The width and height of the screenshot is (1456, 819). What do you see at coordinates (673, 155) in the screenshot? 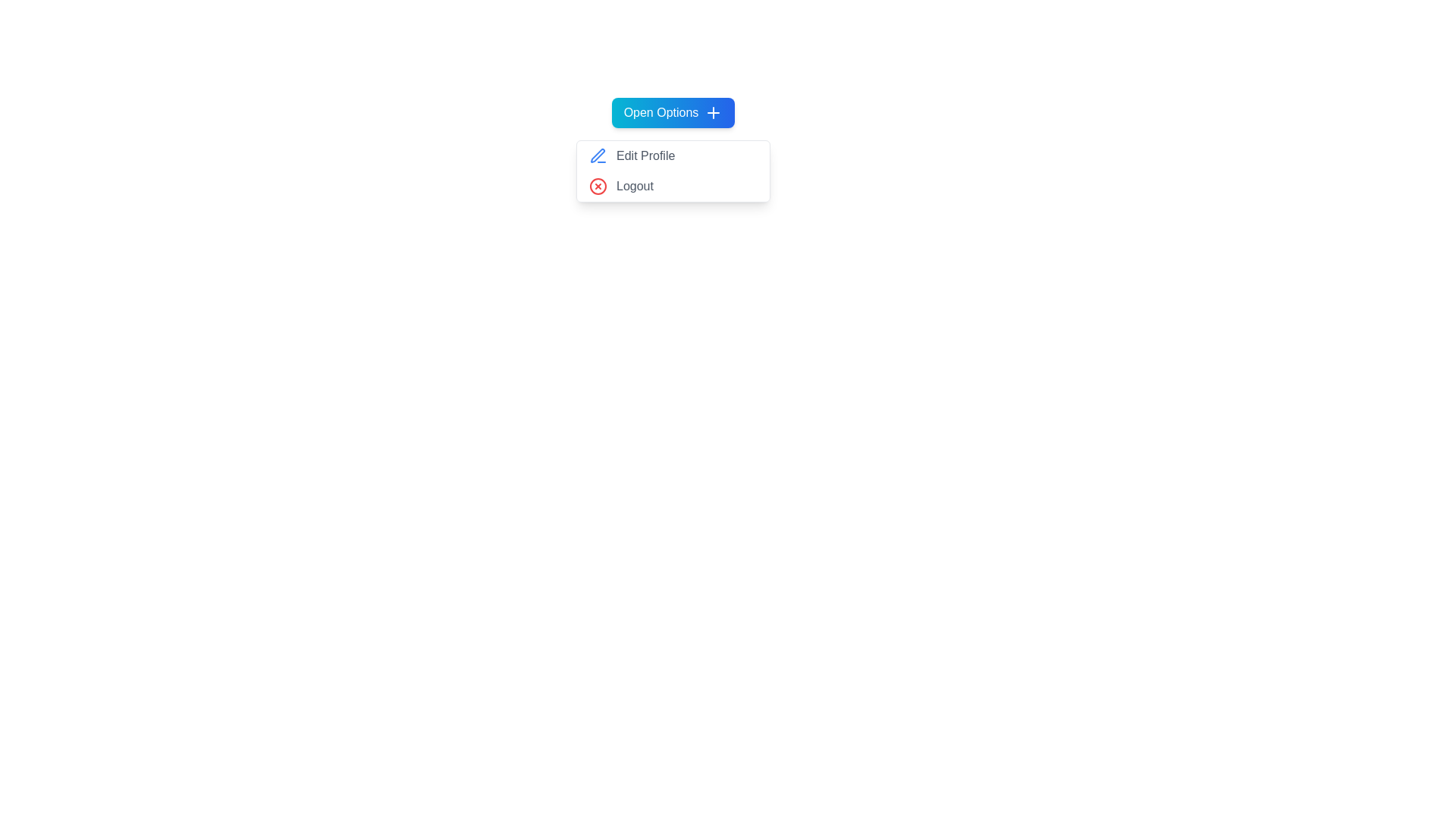
I see `the menu item Edit Profile to highlight it` at bounding box center [673, 155].